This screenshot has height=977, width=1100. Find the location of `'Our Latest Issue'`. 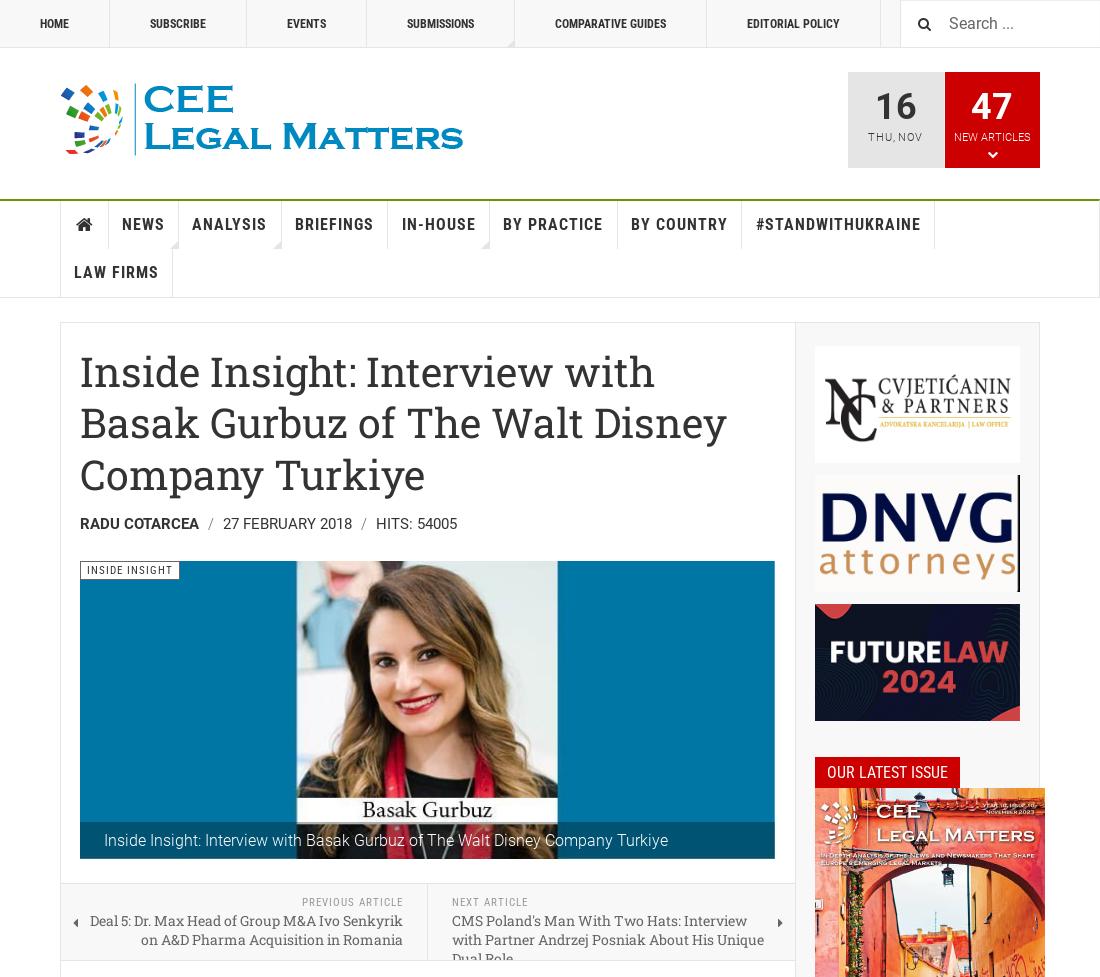

'Our Latest Issue' is located at coordinates (886, 772).